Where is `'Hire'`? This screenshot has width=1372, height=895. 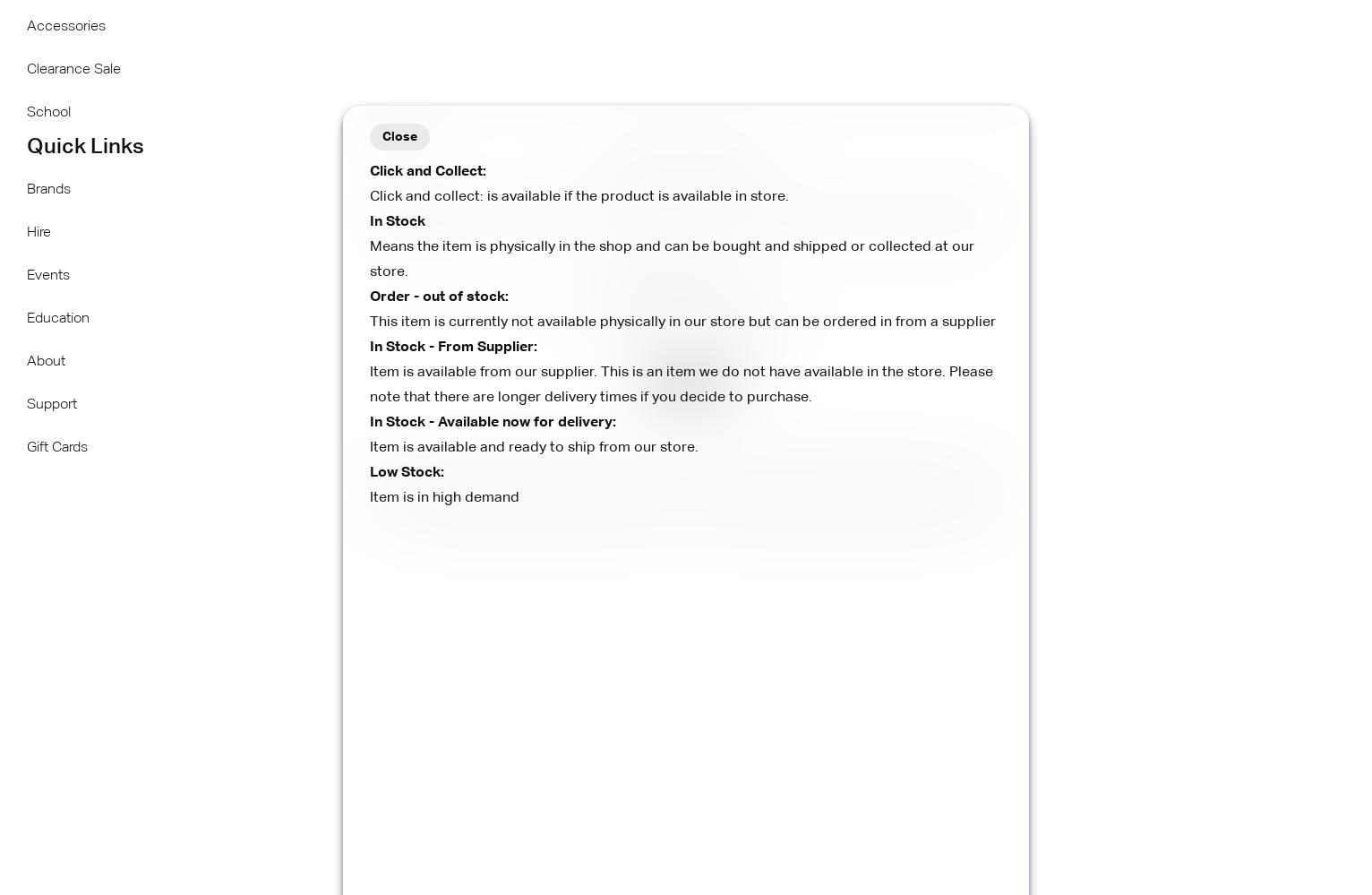
'Hire' is located at coordinates (39, 233).